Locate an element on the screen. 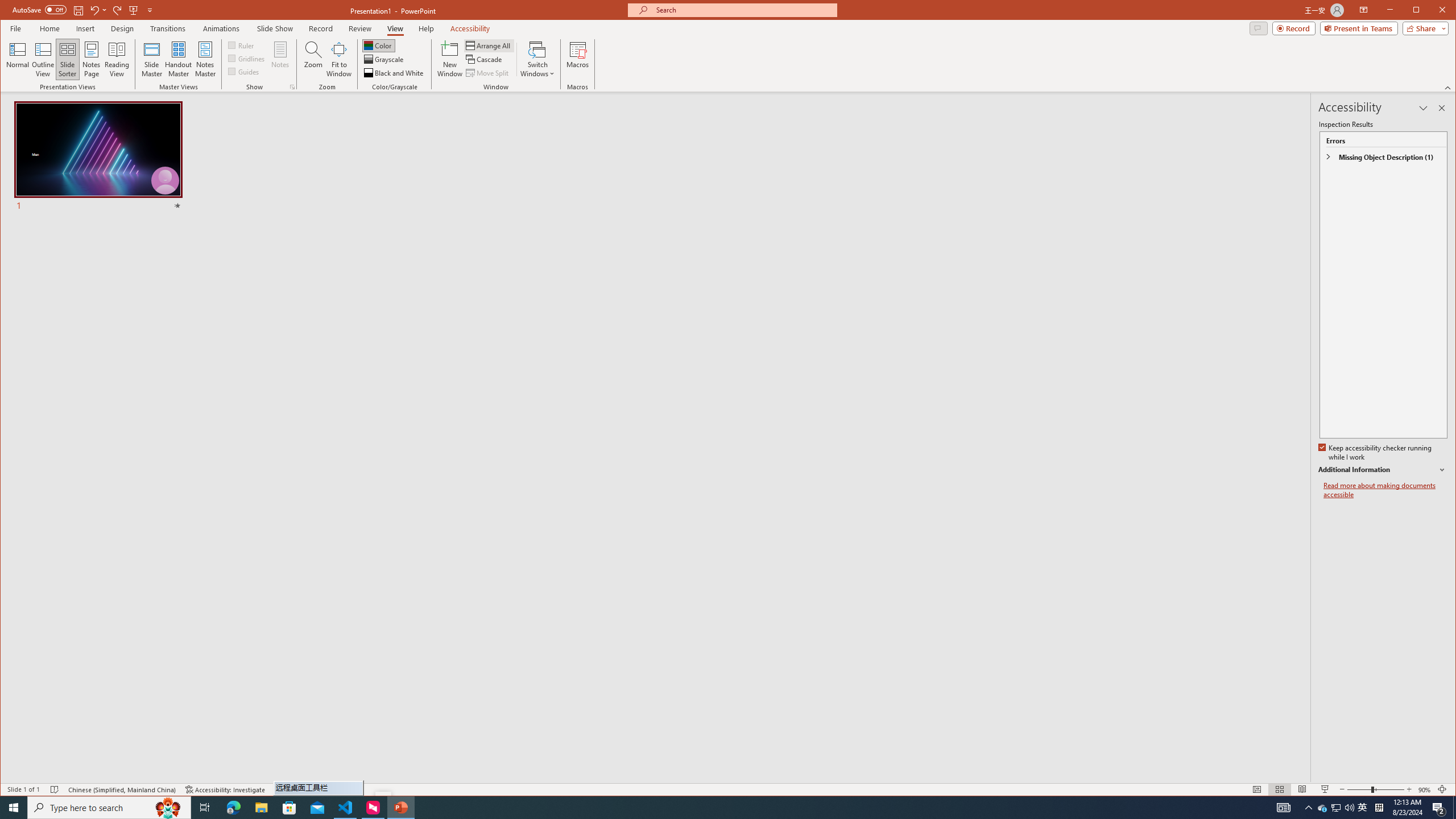 Image resolution: width=1456 pixels, height=819 pixels. 'Additional Information' is located at coordinates (1381, 470).